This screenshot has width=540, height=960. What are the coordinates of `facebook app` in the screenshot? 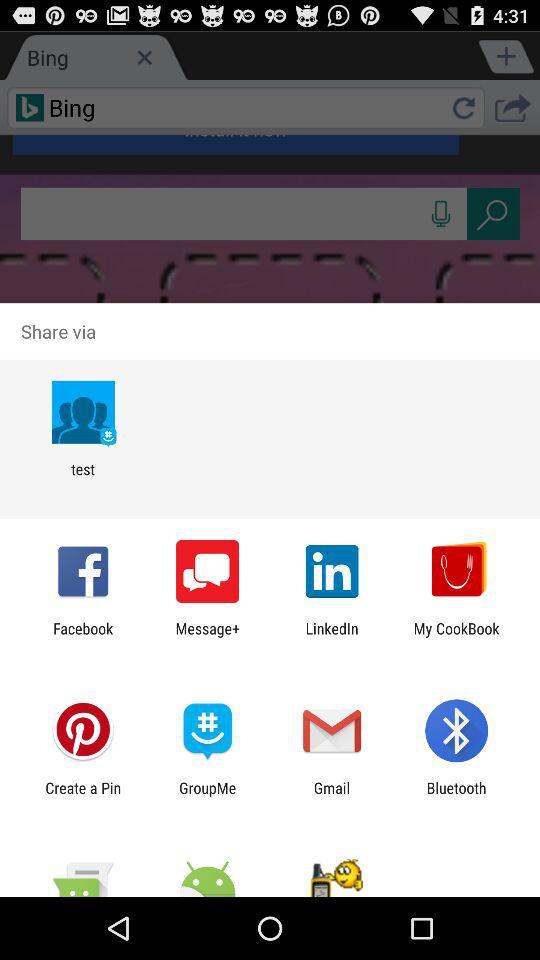 It's located at (82, 636).